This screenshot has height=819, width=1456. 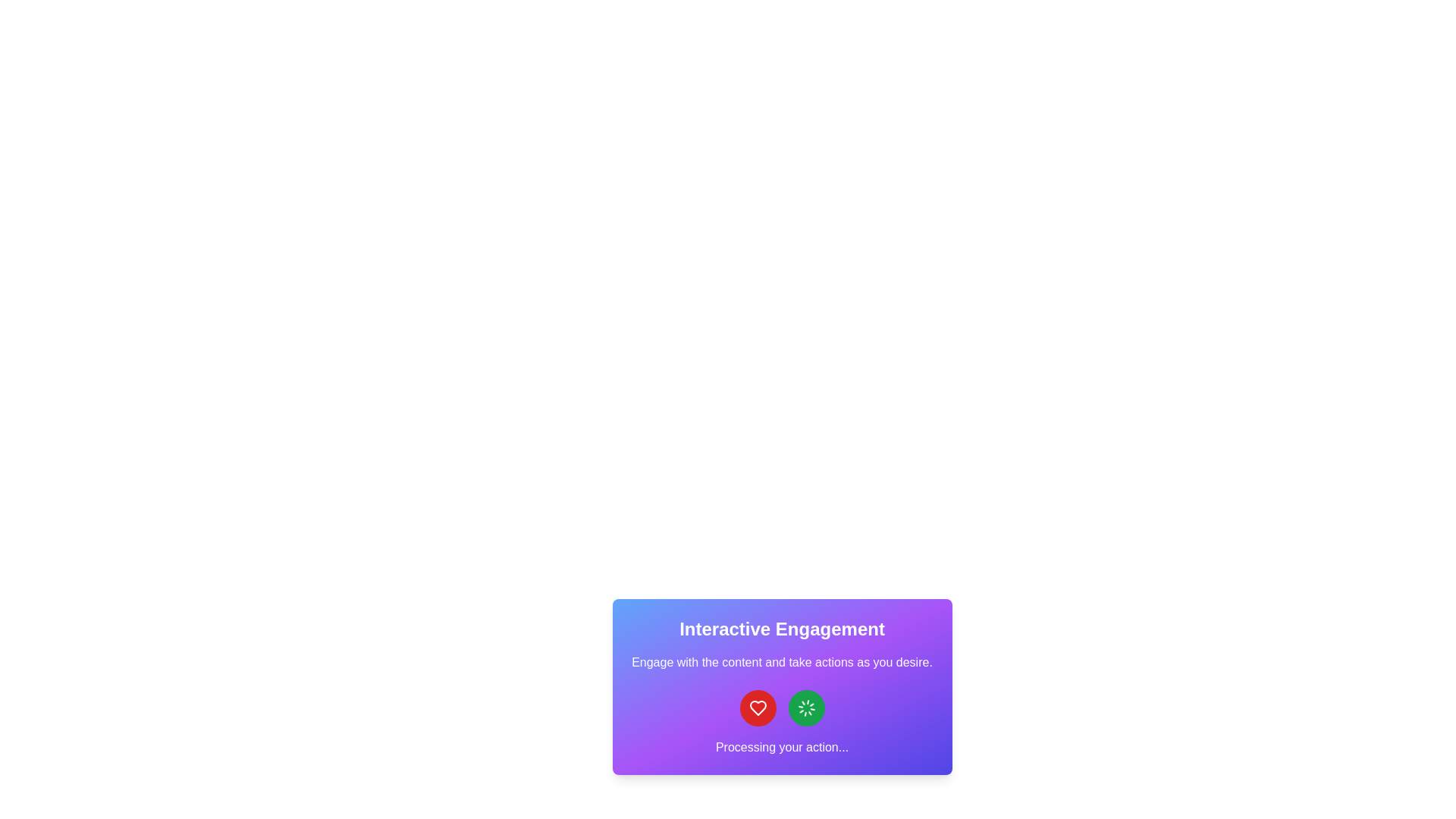 What do you see at coordinates (805, 708) in the screenshot?
I see `the circular green button with a spinning loader icon located to the right of the red button in the purple gradient section at the bottom of the interface` at bounding box center [805, 708].